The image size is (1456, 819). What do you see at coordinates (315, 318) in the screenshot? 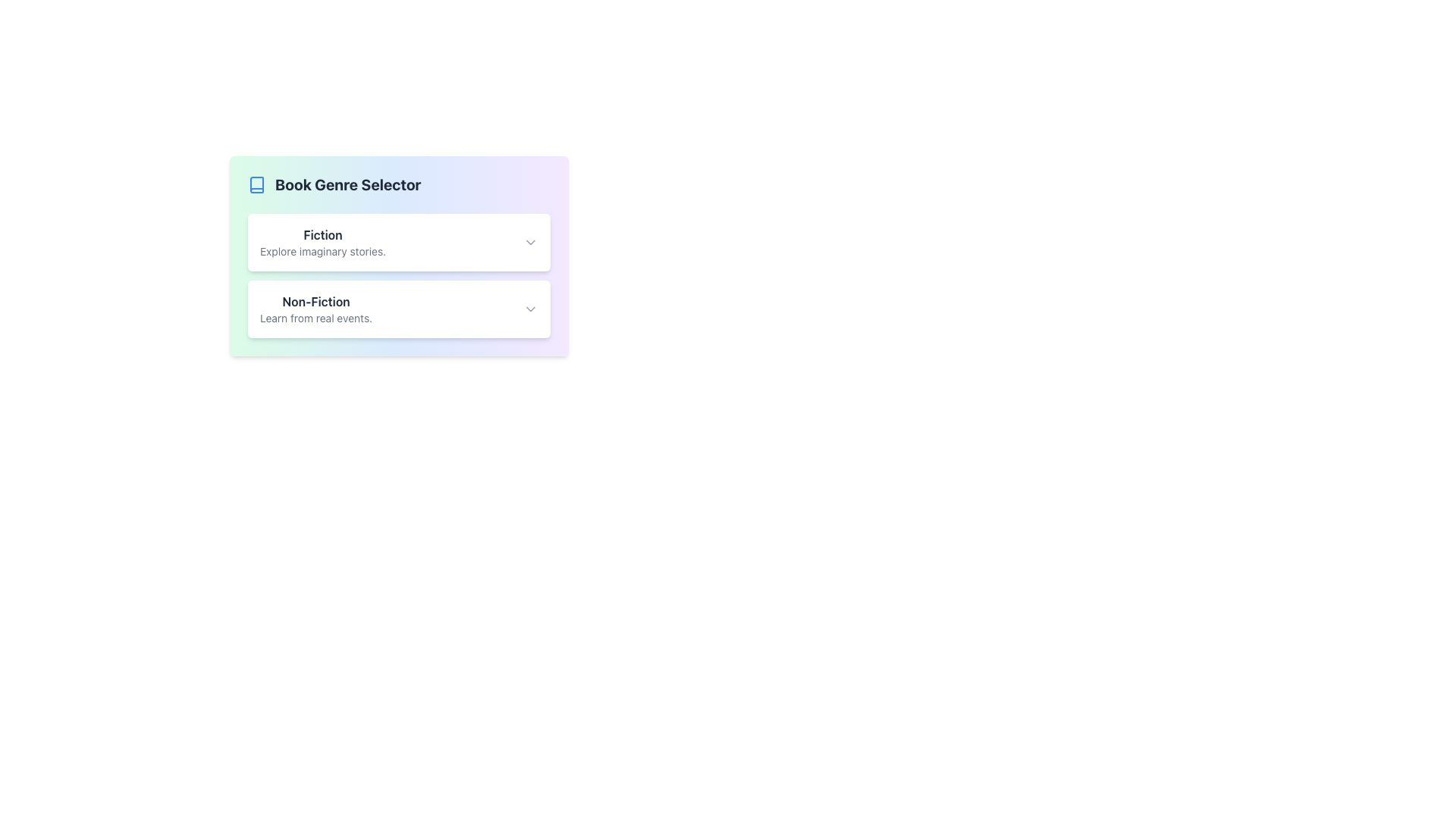
I see `descriptive text element located beneath the 'Non-Fiction' label to understand its meaning` at bounding box center [315, 318].